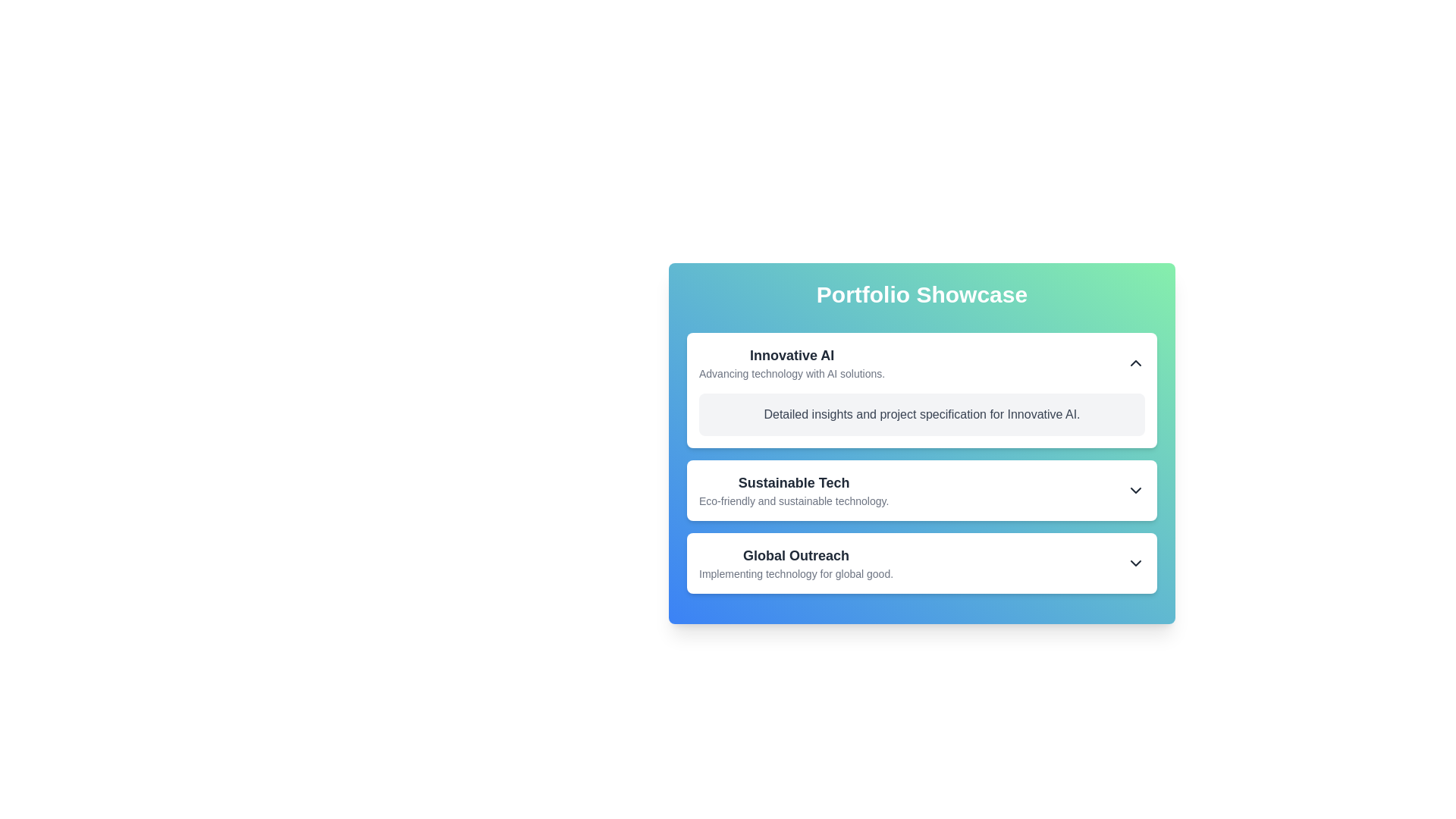 The image size is (1456, 819). Describe the element at coordinates (795, 555) in the screenshot. I see `the text label that serves as the title for the third section in a card-like layout, which is positioned above the description 'Implementing technology for global good.'` at that location.